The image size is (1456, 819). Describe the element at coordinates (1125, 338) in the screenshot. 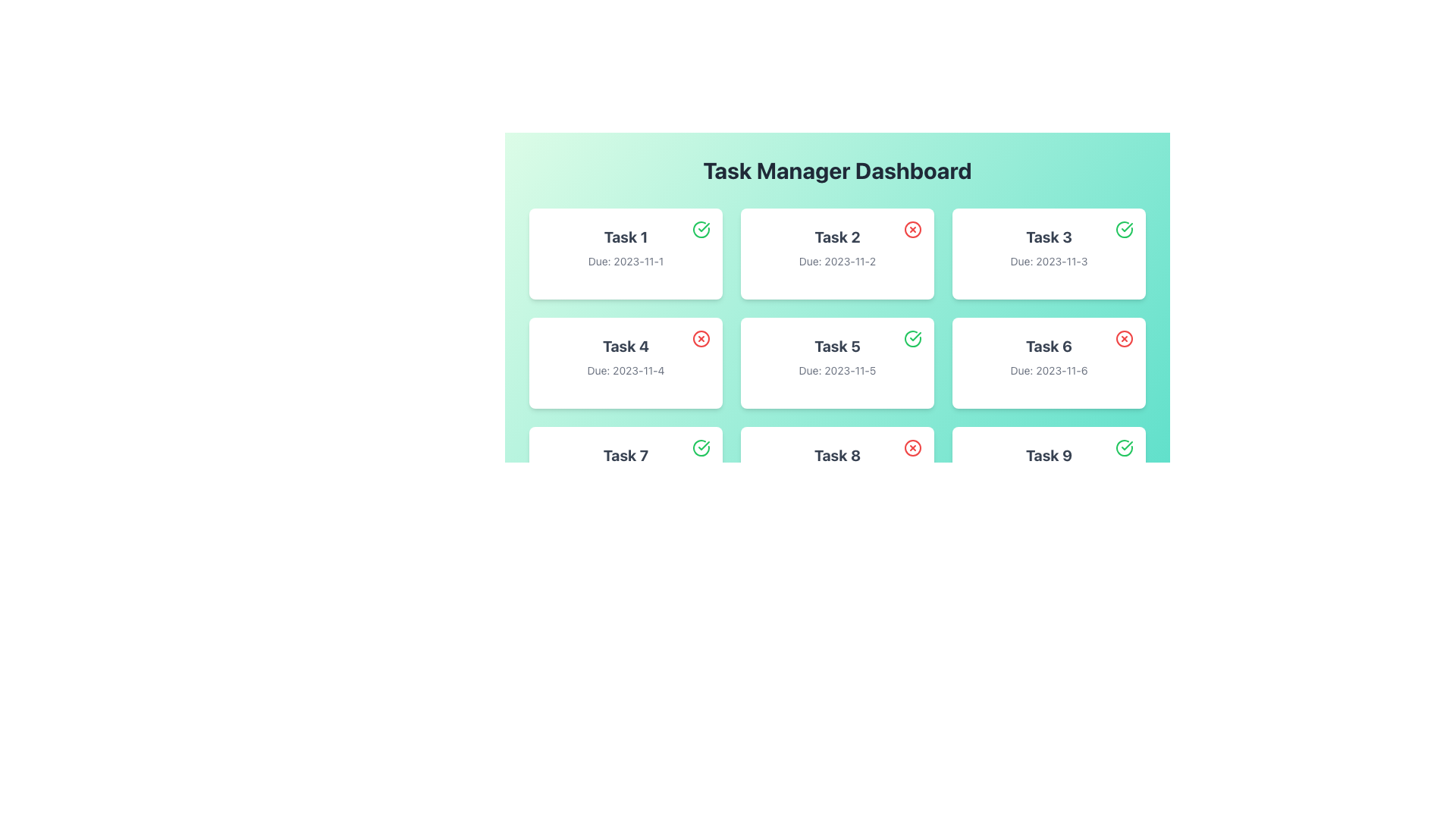

I see `the circular red outlined button with an 'X' symbol located in the top-right corner of the 'Task 6' card` at that location.